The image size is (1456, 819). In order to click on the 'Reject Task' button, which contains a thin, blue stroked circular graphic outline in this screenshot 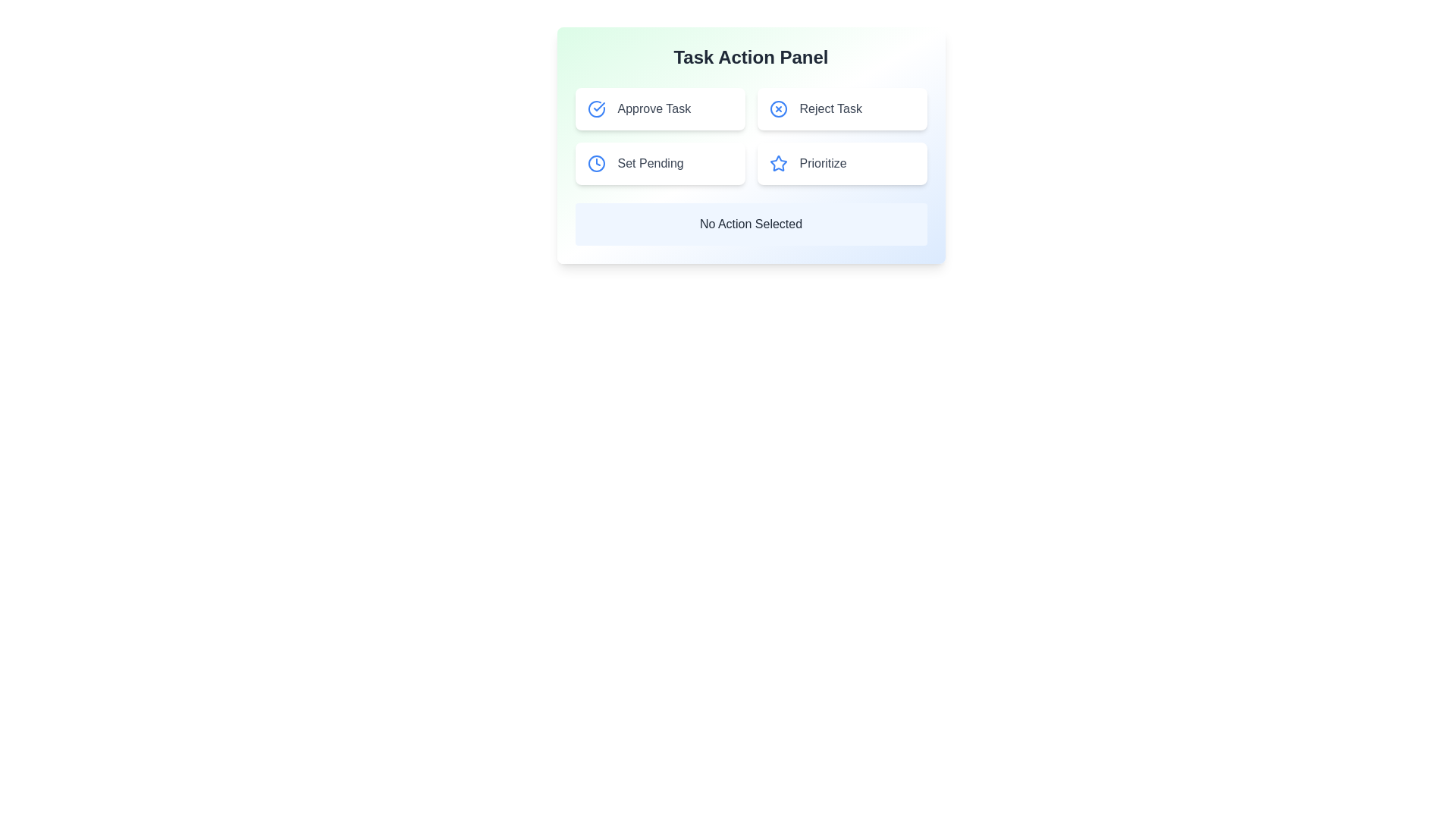, I will do `click(778, 108)`.